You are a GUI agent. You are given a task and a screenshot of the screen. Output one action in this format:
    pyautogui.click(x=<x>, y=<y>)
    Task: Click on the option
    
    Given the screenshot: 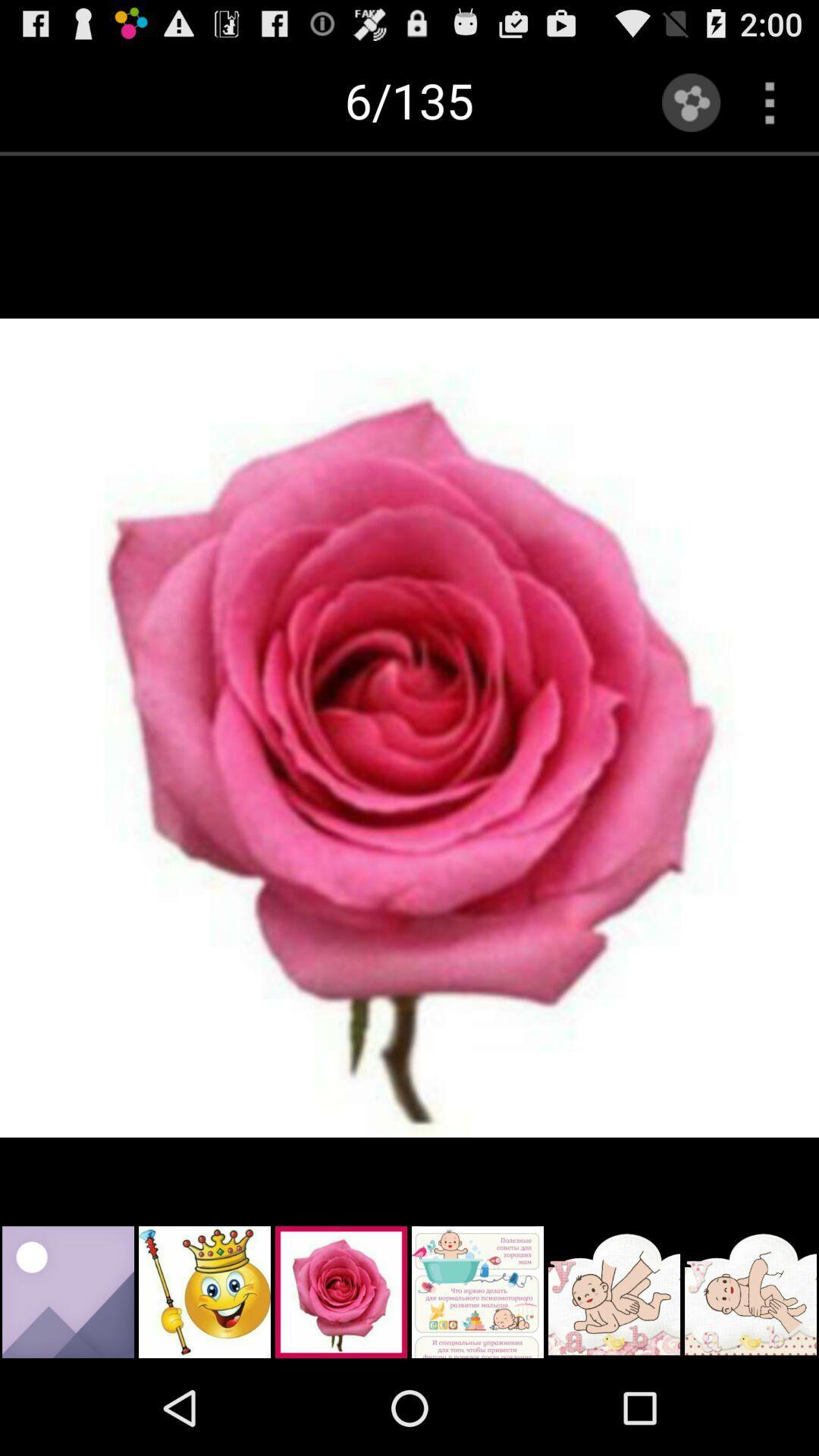 What is the action you would take?
    pyautogui.click(x=770, y=102)
    